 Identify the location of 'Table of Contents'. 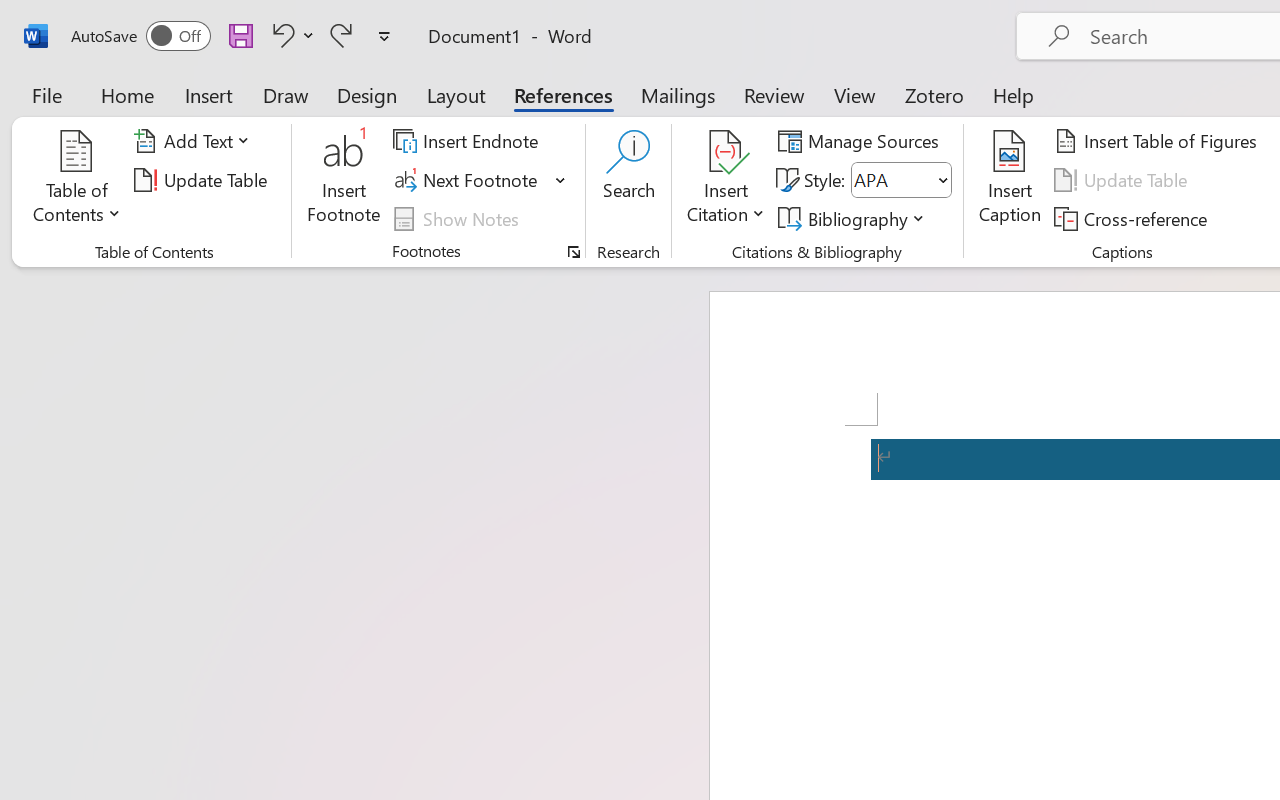
(77, 179).